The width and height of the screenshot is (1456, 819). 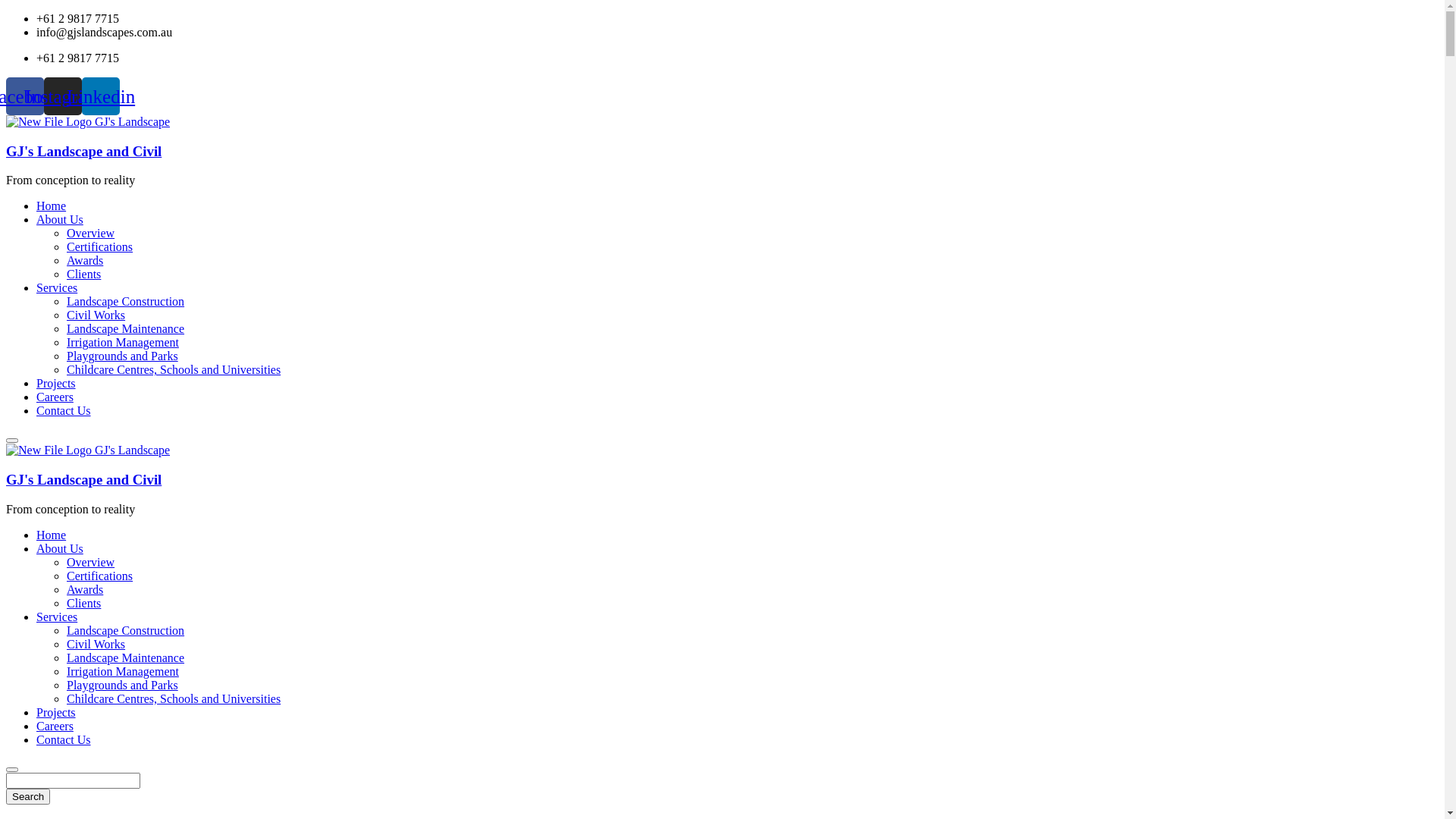 What do you see at coordinates (51, 534) in the screenshot?
I see `'Home'` at bounding box center [51, 534].